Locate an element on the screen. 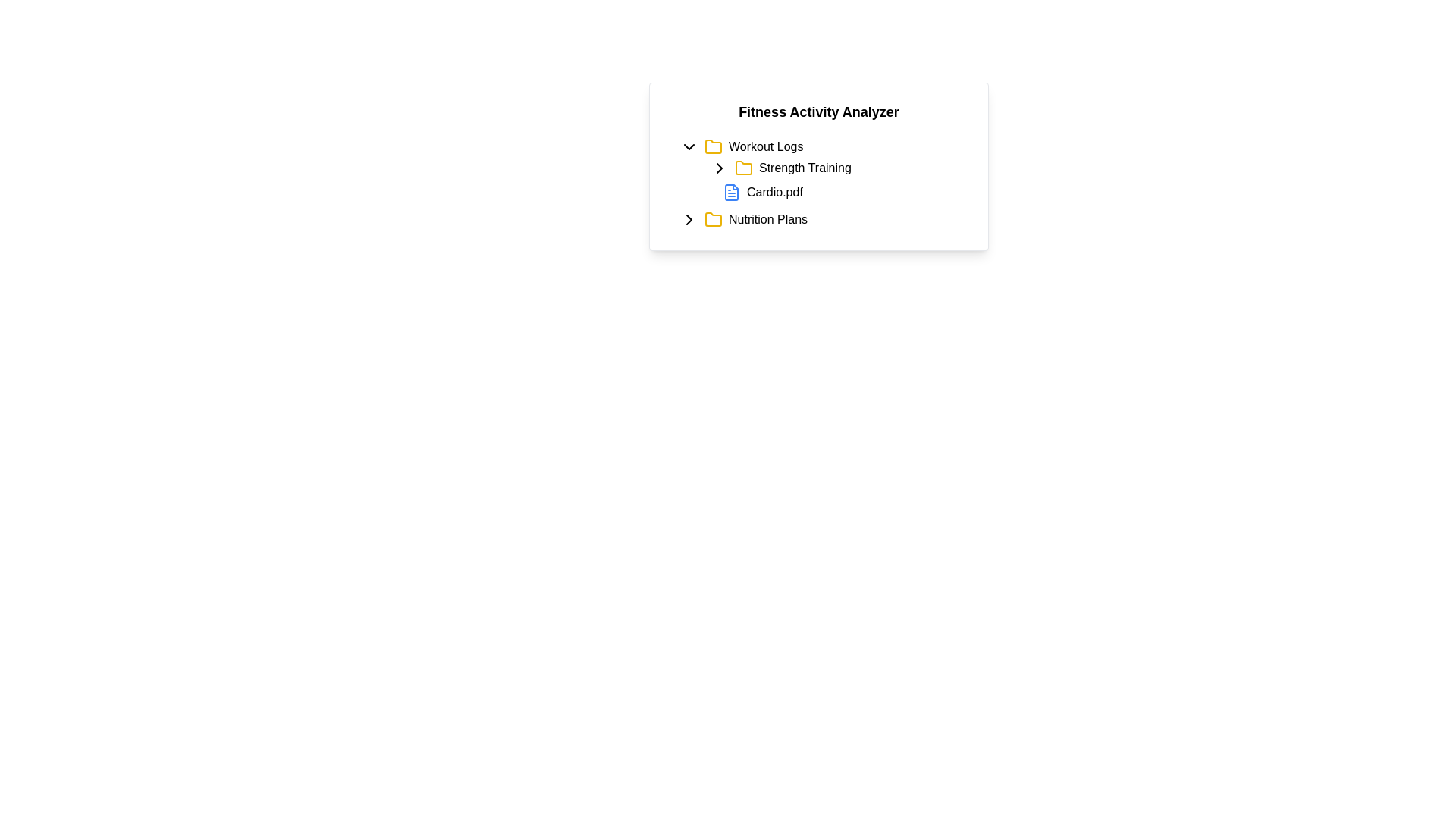 The width and height of the screenshot is (1456, 819). the chevron icon located to the right of the 'Workout Logs' label in the hierarchical navigation menu to expand the category is located at coordinates (688, 219).